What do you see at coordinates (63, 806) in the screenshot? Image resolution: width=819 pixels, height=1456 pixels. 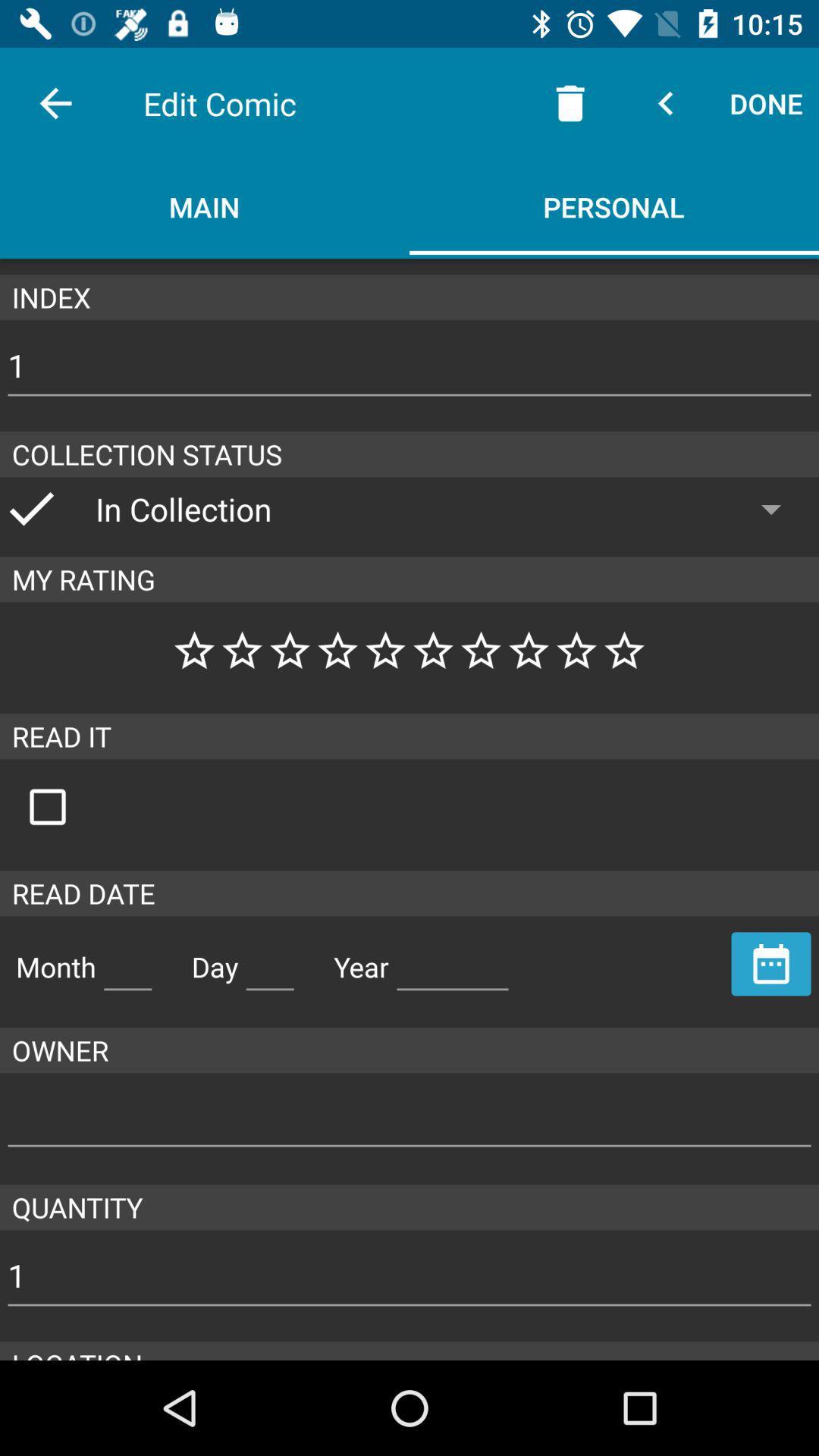 I see `zoom button` at bounding box center [63, 806].